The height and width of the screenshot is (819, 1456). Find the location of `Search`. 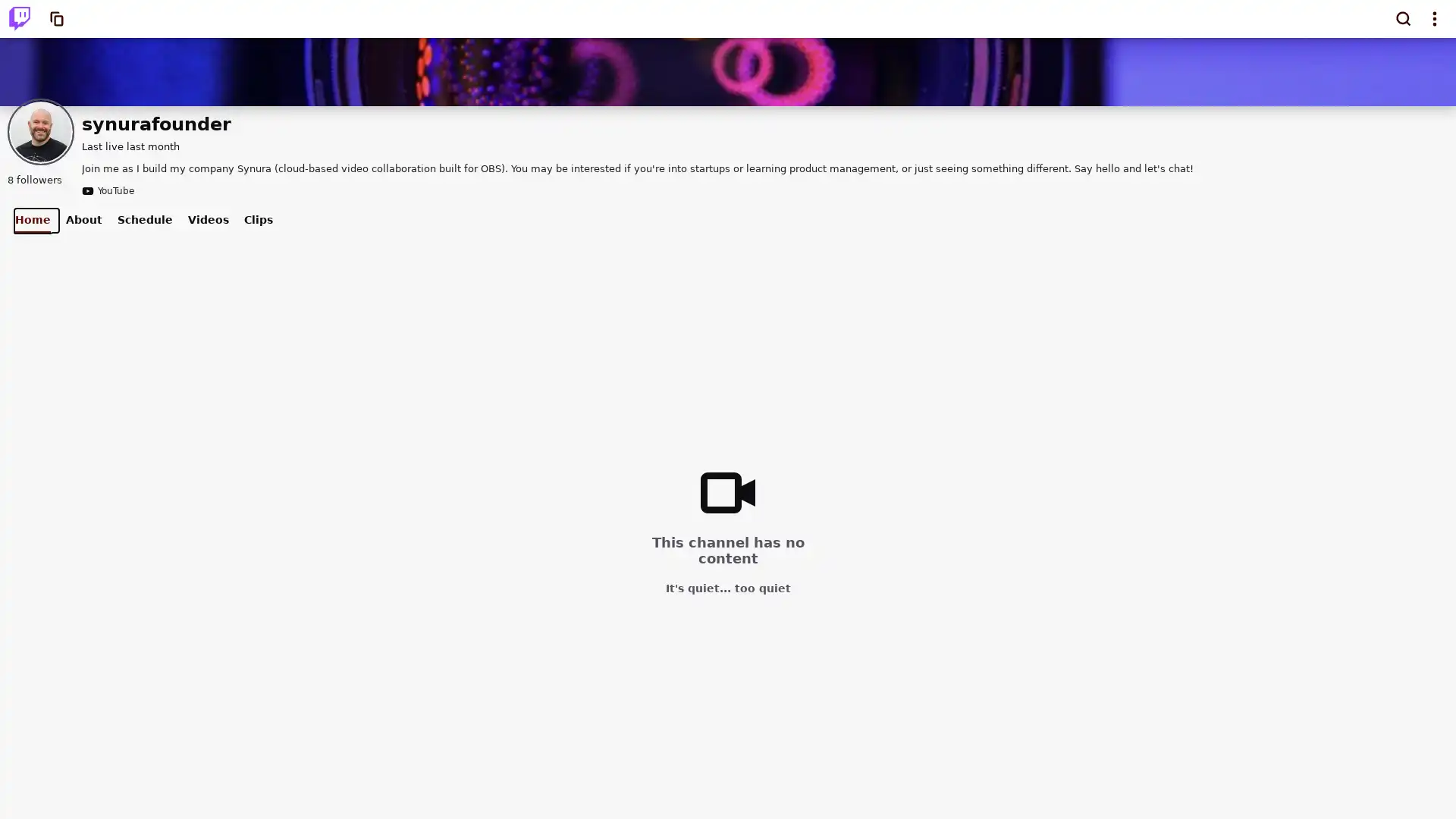

Search is located at coordinates (1403, 18).